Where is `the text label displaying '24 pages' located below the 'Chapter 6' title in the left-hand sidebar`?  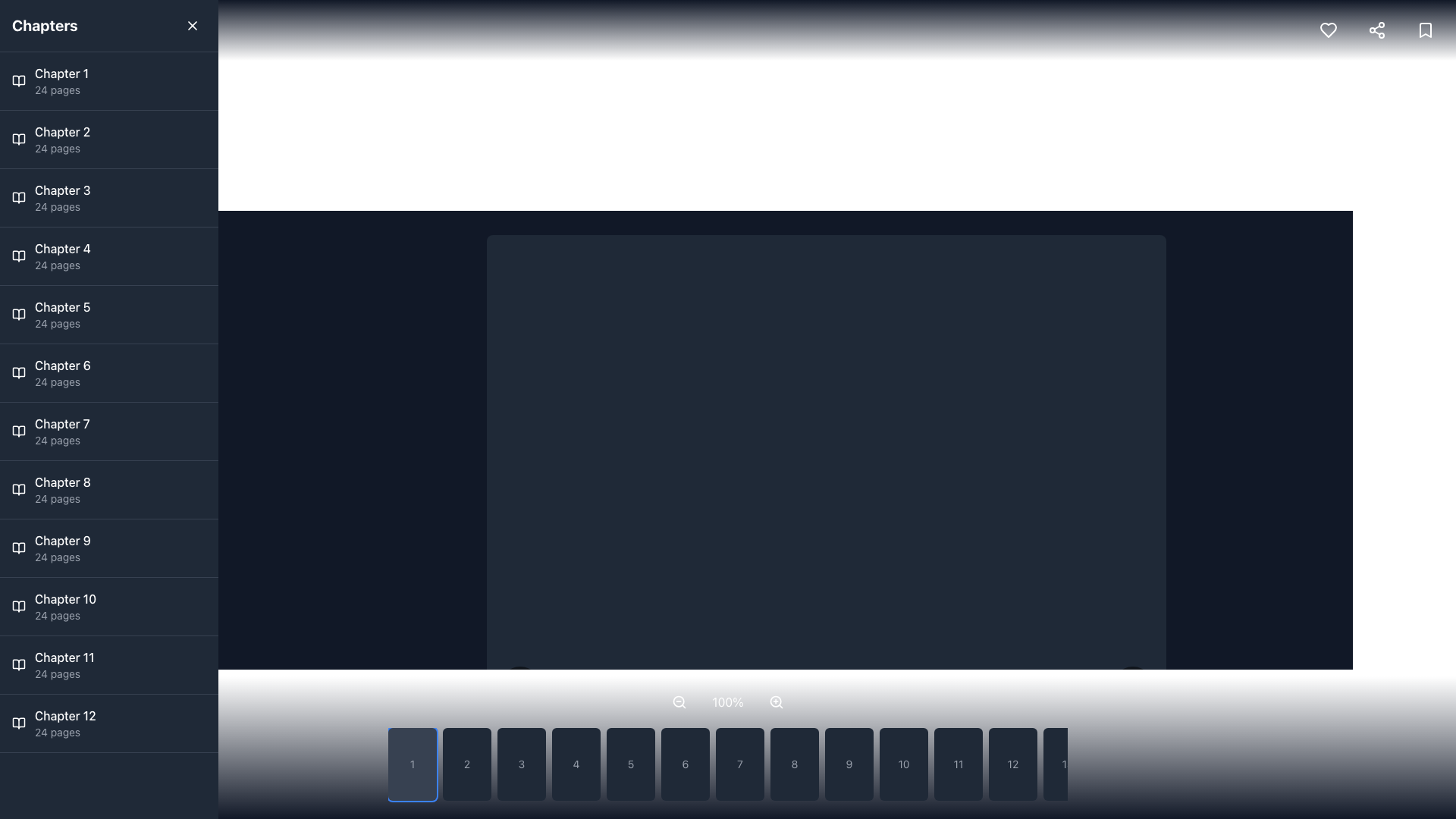
the text label displaying '24 pages' located below the 'Chapter 6' title in the left-hand sidebar is located at coordinates (61, 381).